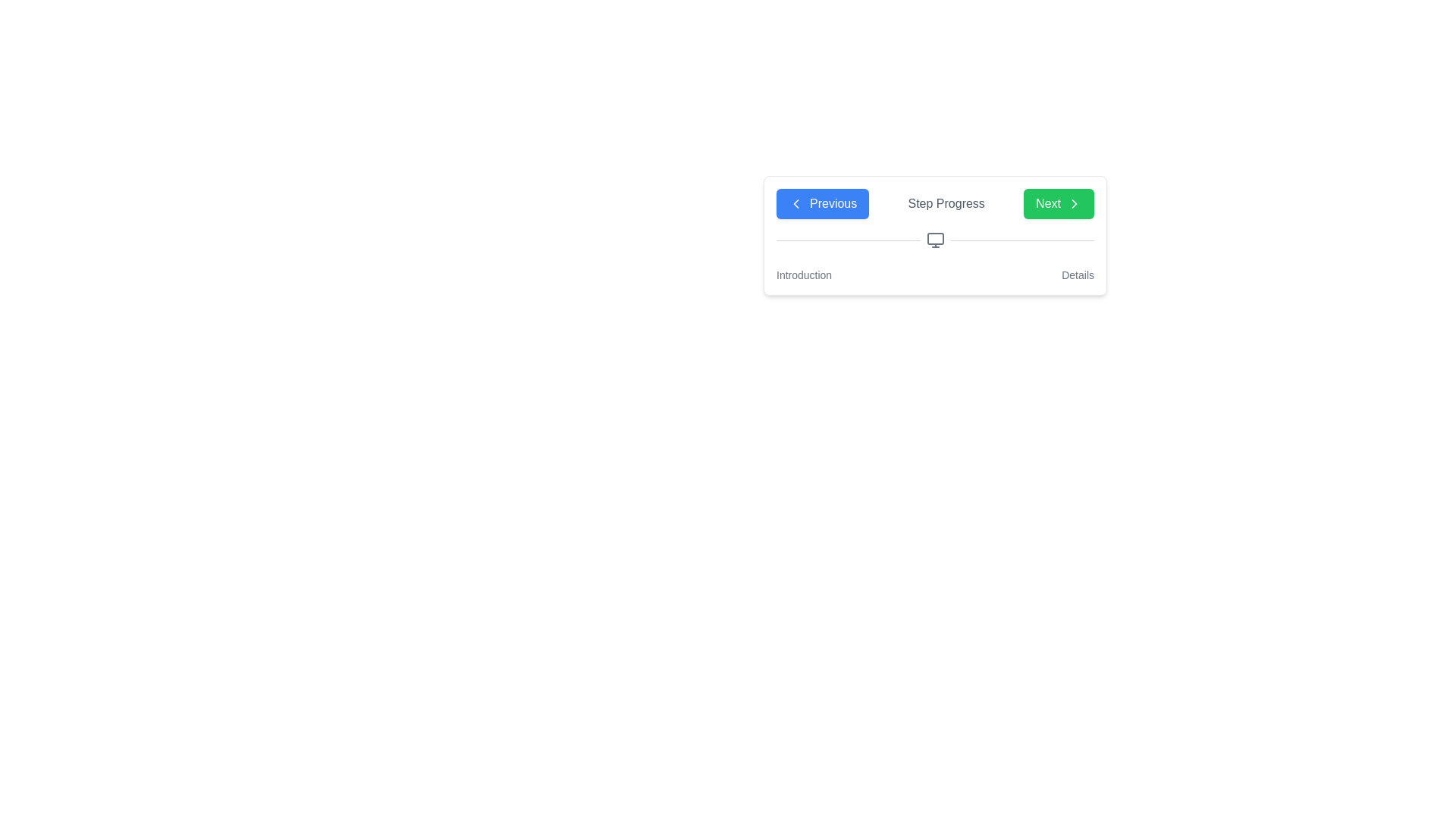  Describe the element at coordinates (833, 203) in the screenshot. I see `the text label that serves as a navigation button for going to the previous step, located to the right of a left chevron icon within a blue button` at that location.